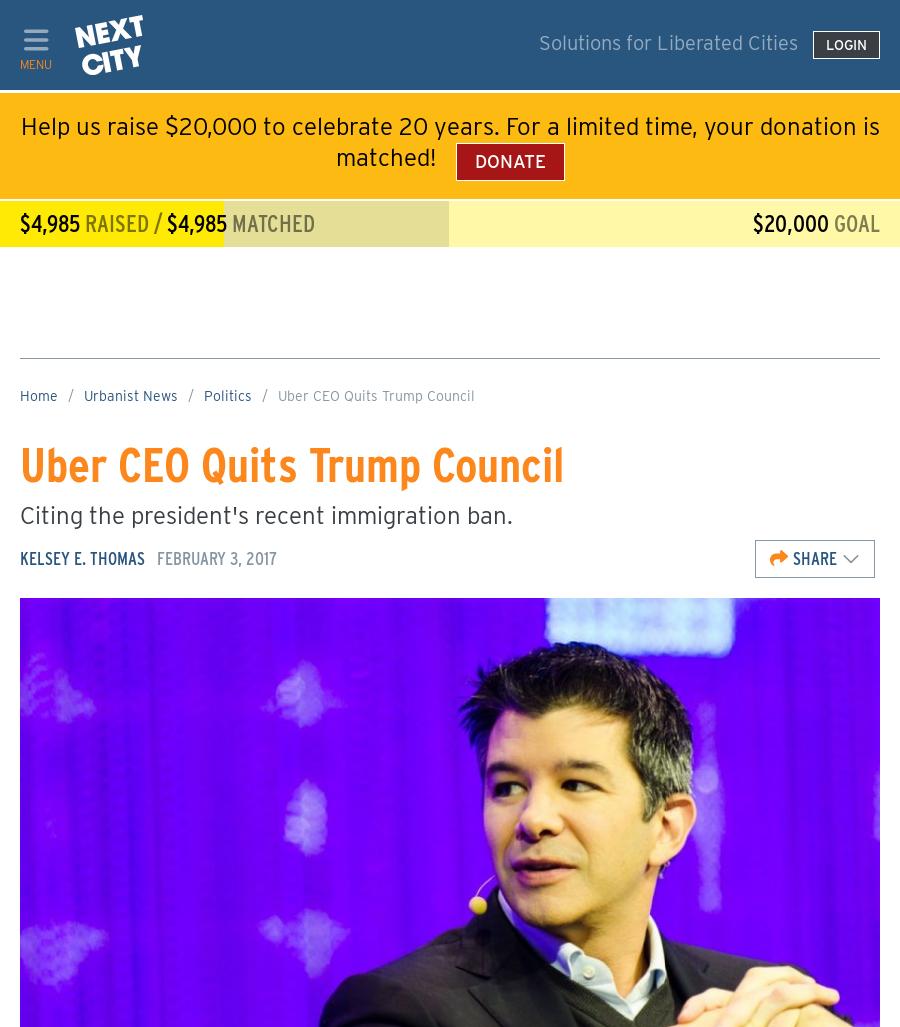 Image resolution: width=900 pixels, height=1027 pixels. Describe the element at coordinates (126, 222) in the screenshot. I see `'raised /'` at that location.